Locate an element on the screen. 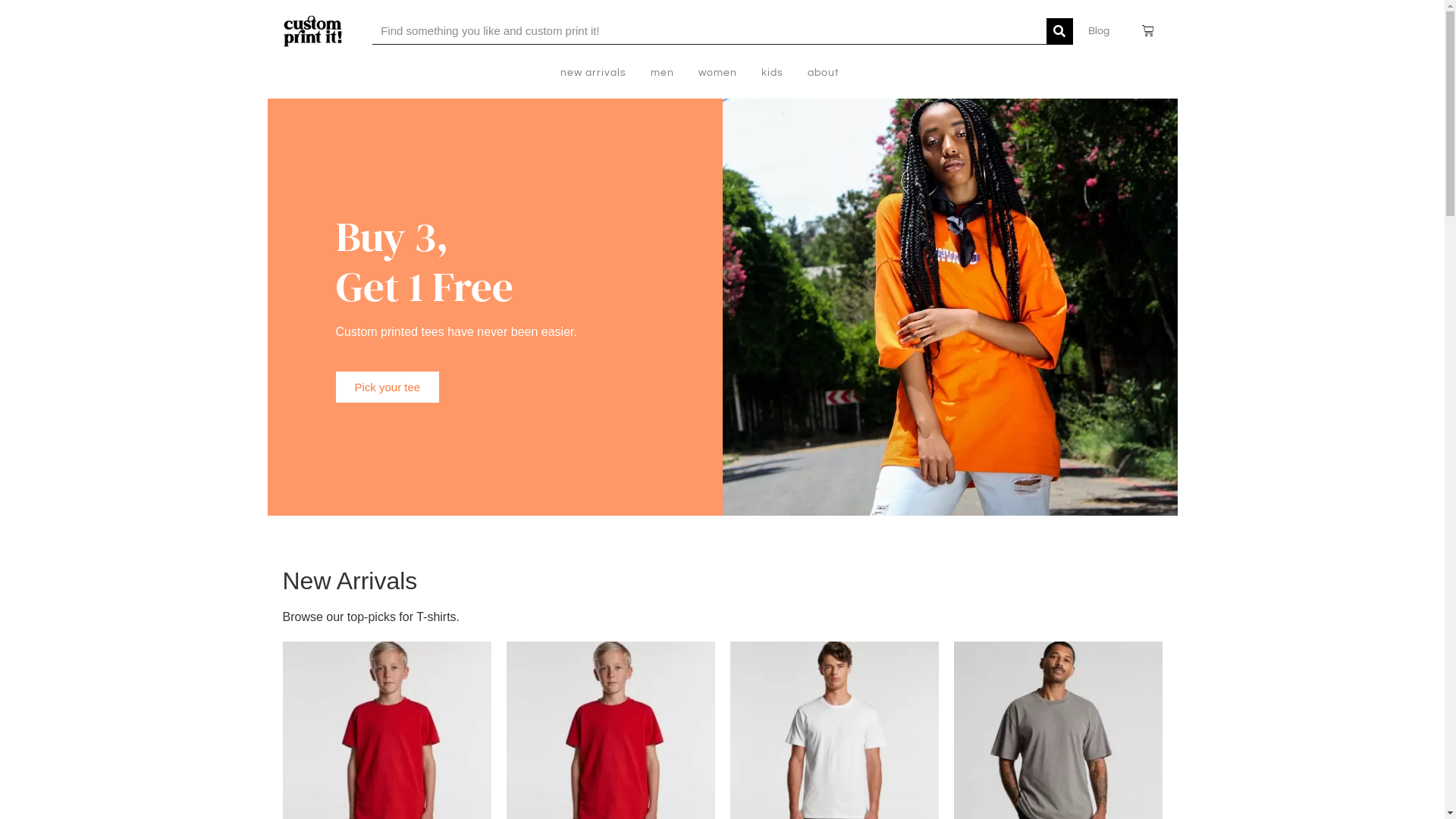  'women' is located at coordinates (717, 73).